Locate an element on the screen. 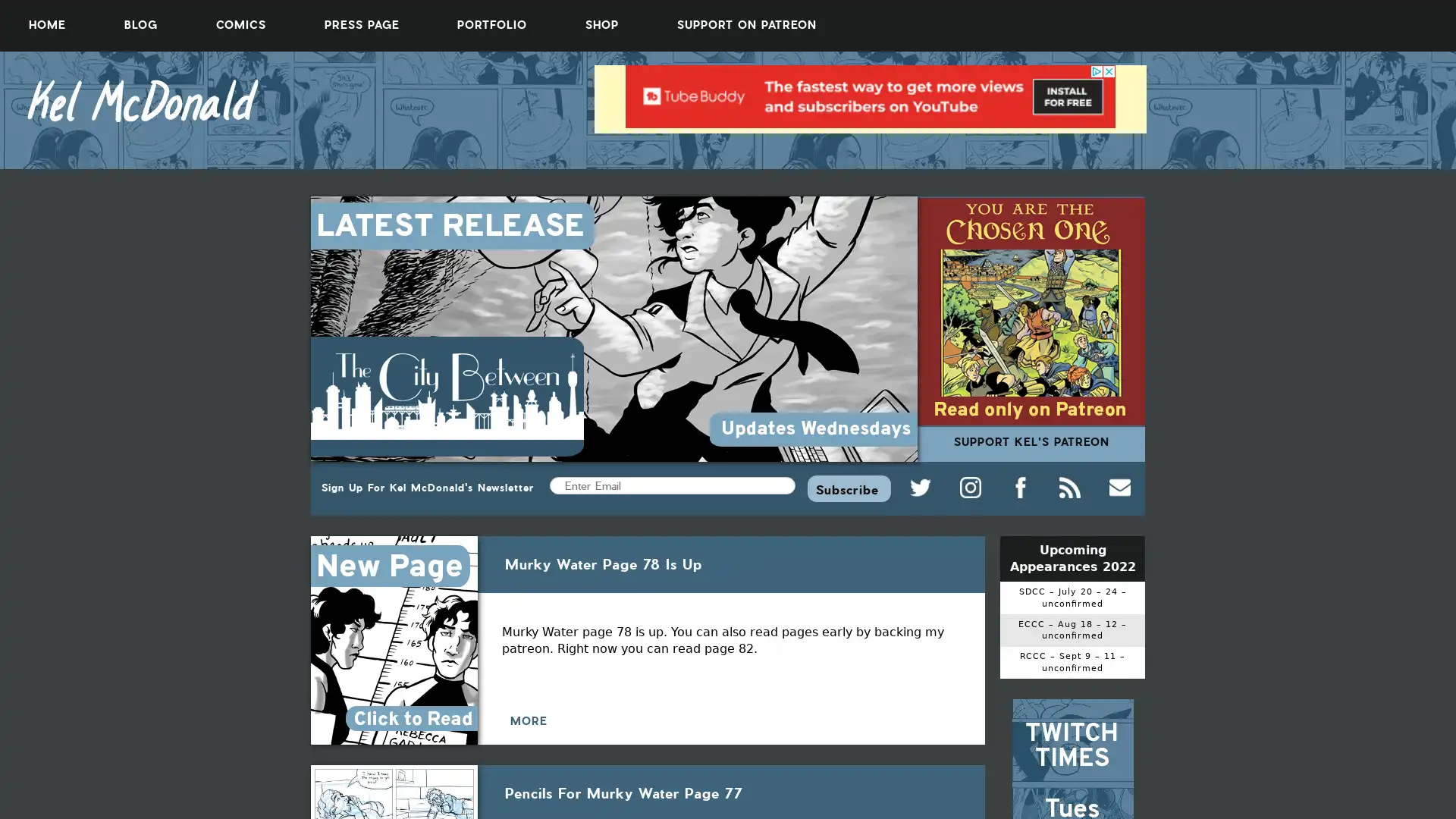  Subscribe is located at coordinates (848, 488).